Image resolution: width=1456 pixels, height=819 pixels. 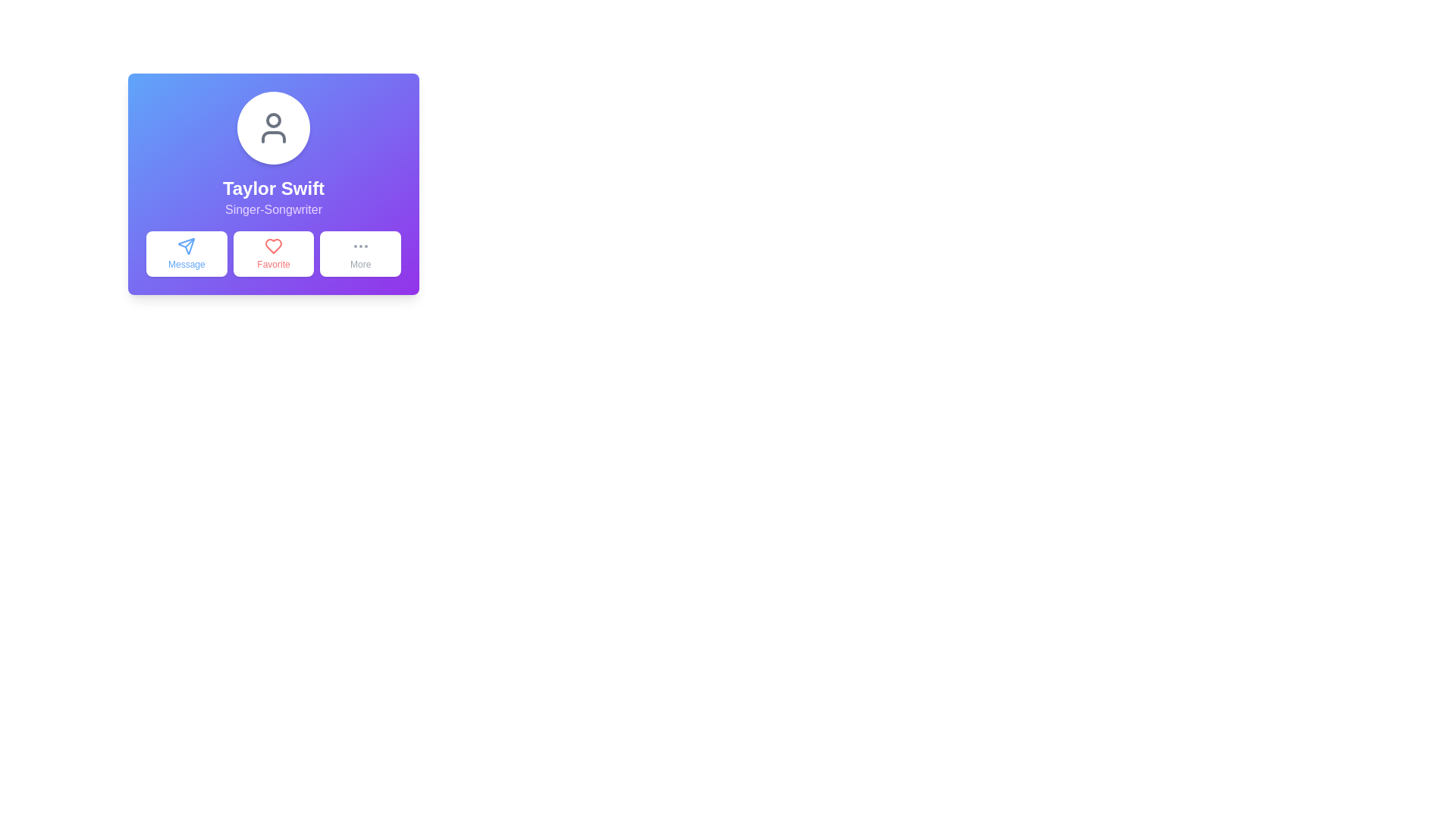 What do you see at coordinates (359, 245) in the screenshot?
I see `the 'More' icon button located to the right of the 'Favorite' button` at bounding box center [359, 245].